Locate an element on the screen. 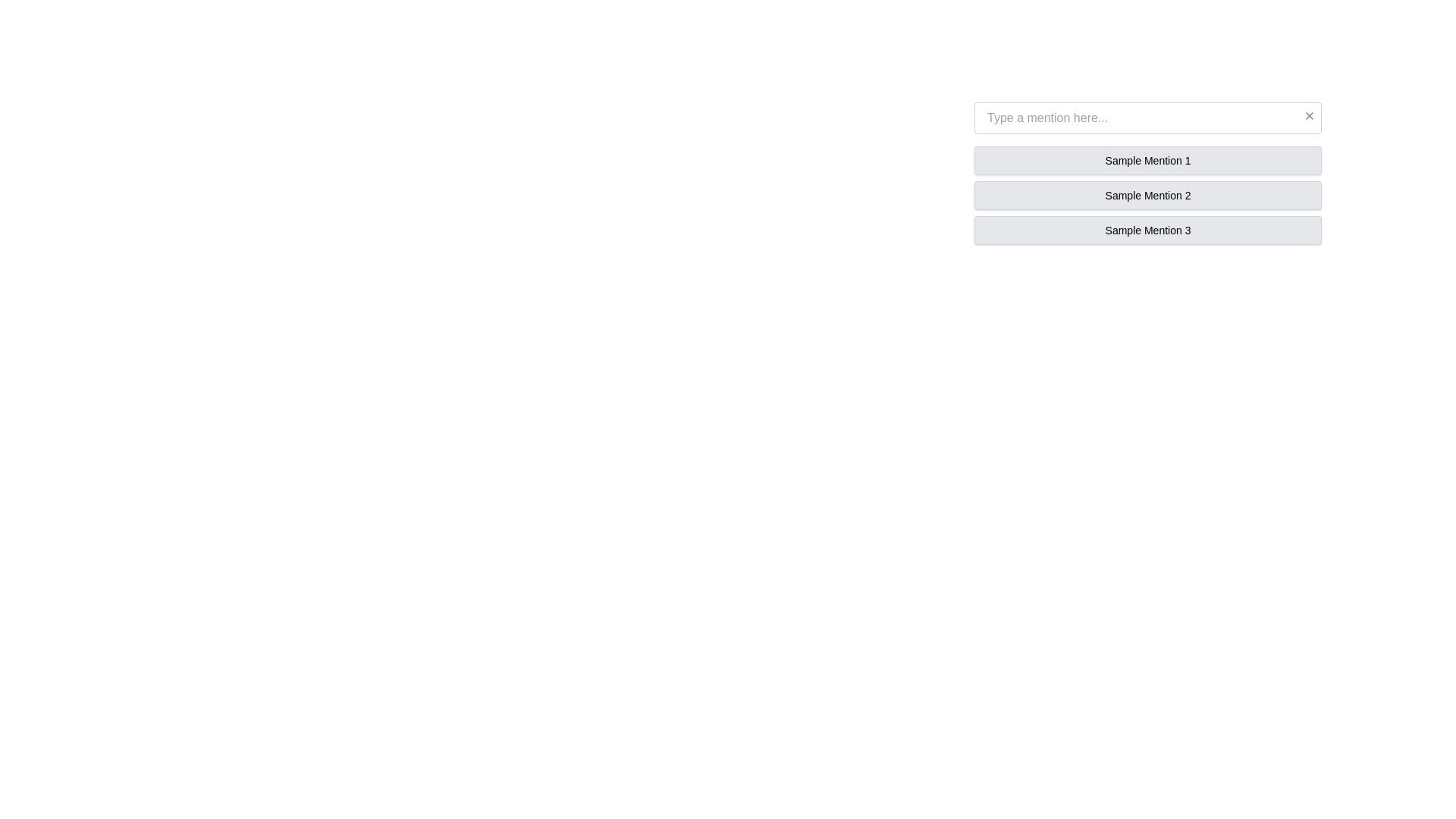 Image resolution: width=1456 pixels, height=819 pixels. the second button-like label that is positioned under the text input field with the placeholder 'Type a mention here...'. This button represents a selectable mention, displaying 'Sample Mention 2' is located at coordinates (1147, 195).